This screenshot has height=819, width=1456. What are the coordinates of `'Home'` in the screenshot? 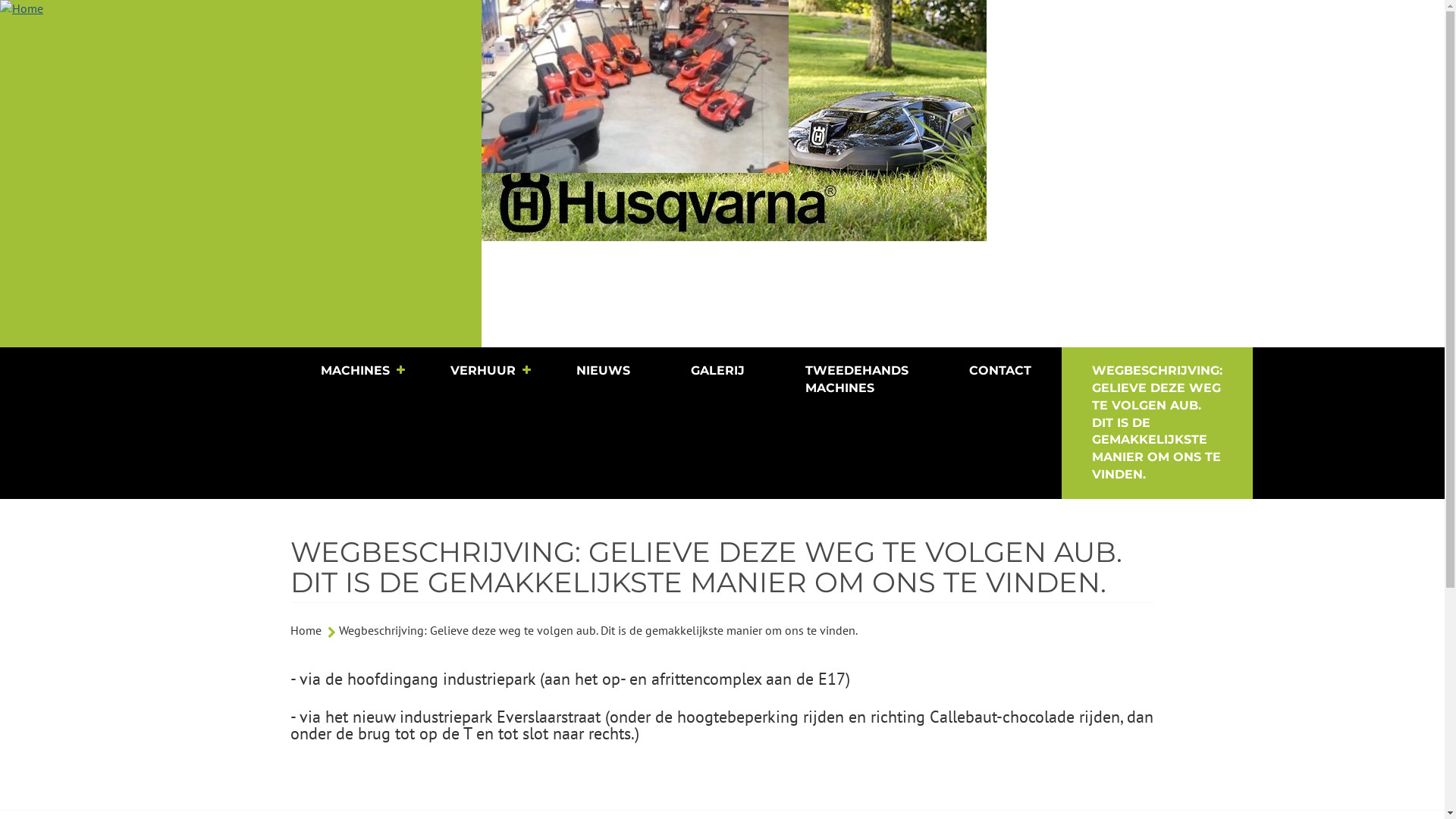 It's located at (240, 172).